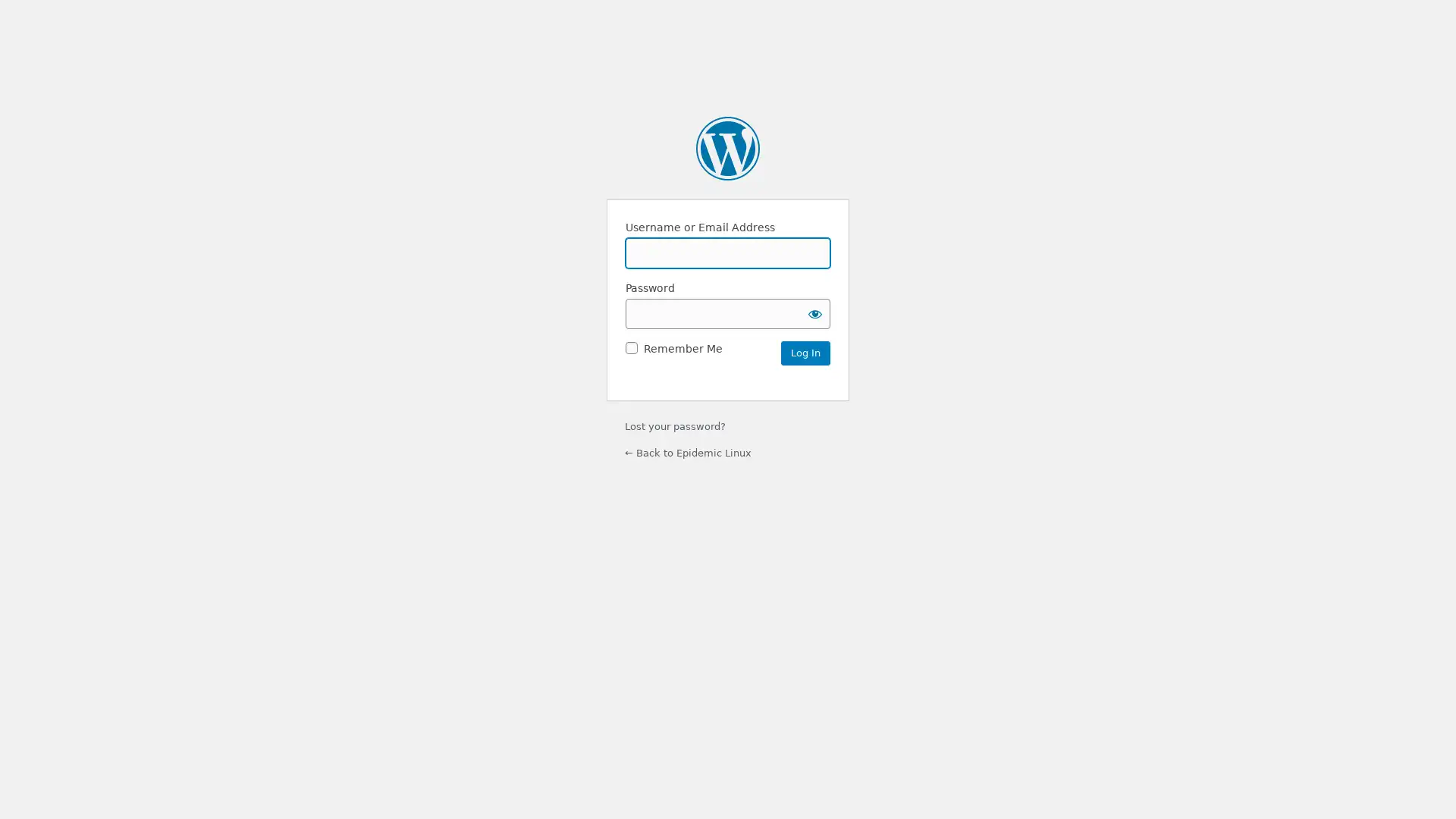  What do you see at coordinates (805, 353) in the screenshot?
I see `Log In` at bounding box center [805, 353].